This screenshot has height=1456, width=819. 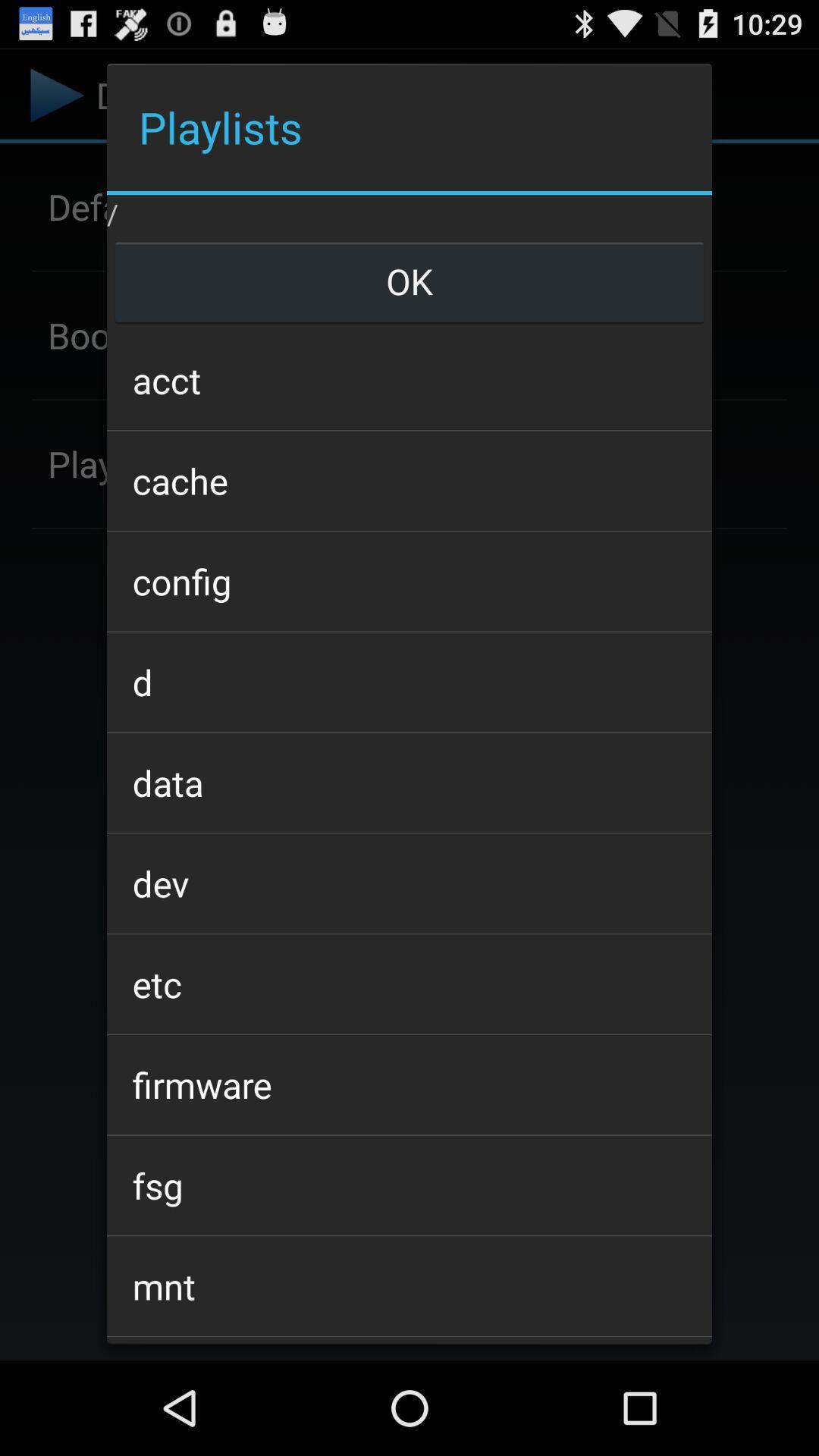 What do you see at coordinates (409, 783) in the screenshot?
I see `the icon below the d item` at bounding box center [409, 783].